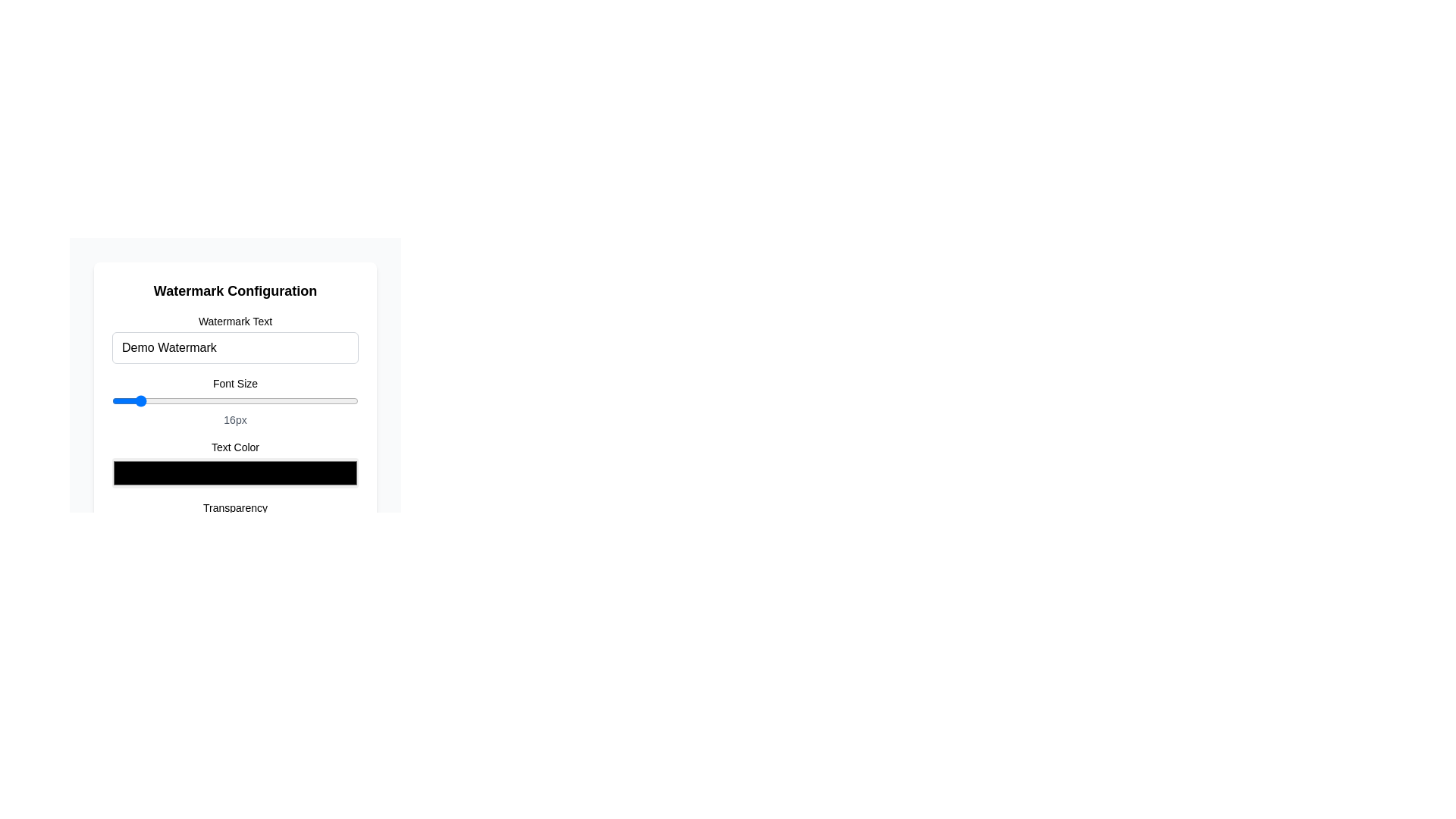 The height and width of the screenshot is (819, 1456). What do you see at coordinates (119, 400) in the screenshot?
I see `the font size slider` at bounding box center [119, 400].